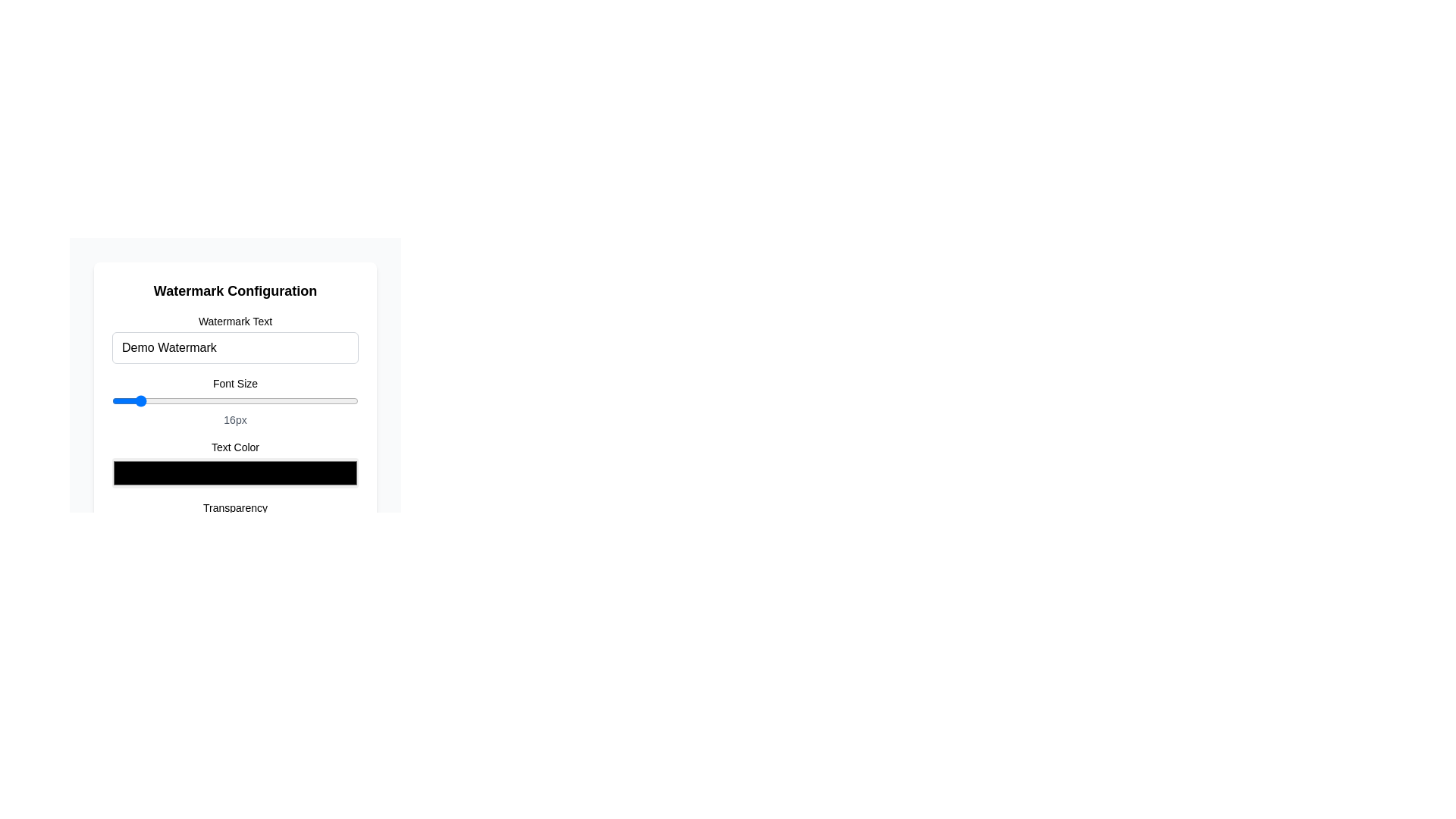 The height and width of the screenshot is (819, 1456). What do you see at coordinates (119, 400) in the screenshot?
I see `the font size slider` at bounding box center [119, 400].